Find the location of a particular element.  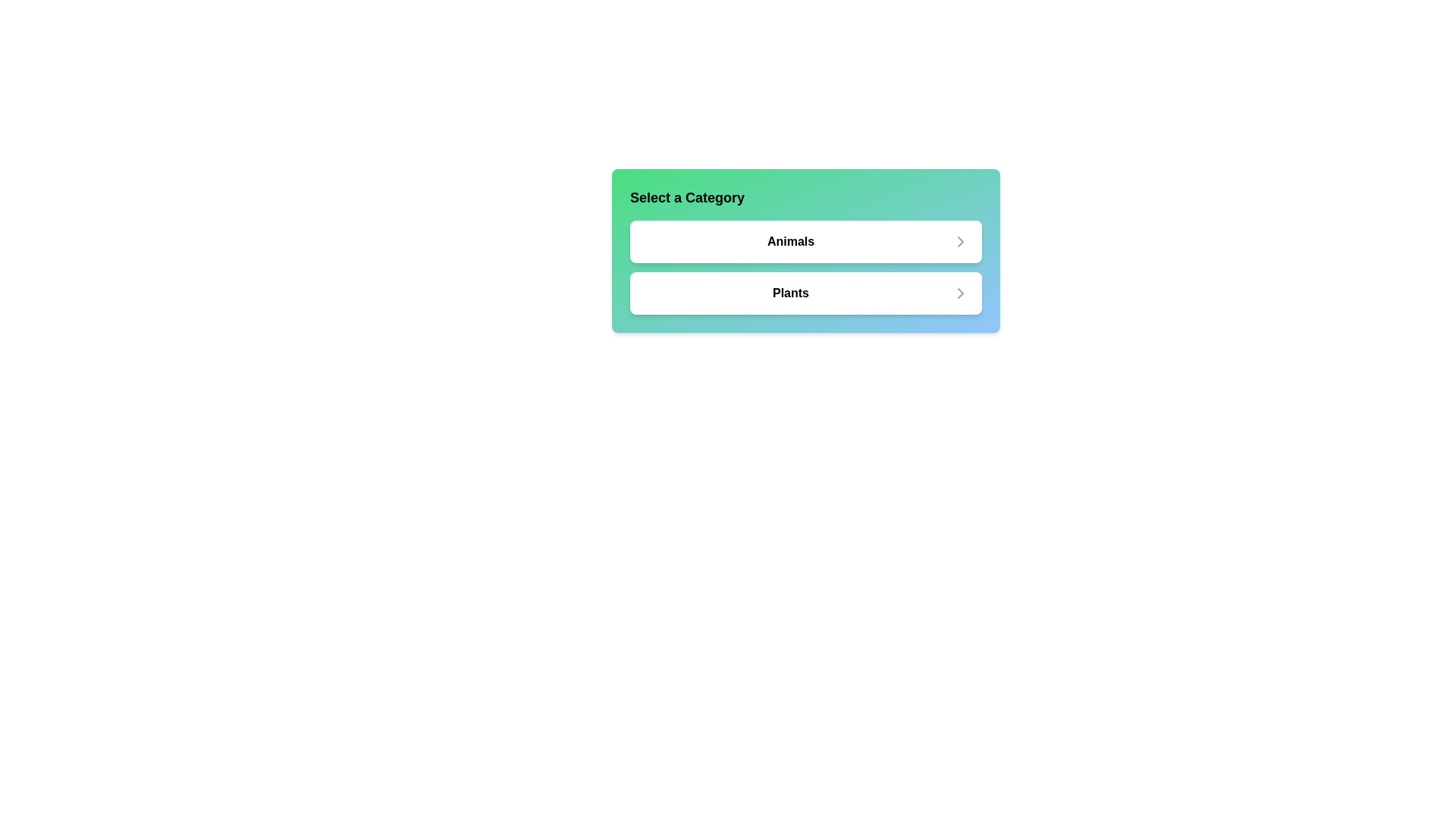

the selectable category label 'Plants' in the second card of the vertical stack, which is below the 'Animals' card is located at coordinates (789, 293).